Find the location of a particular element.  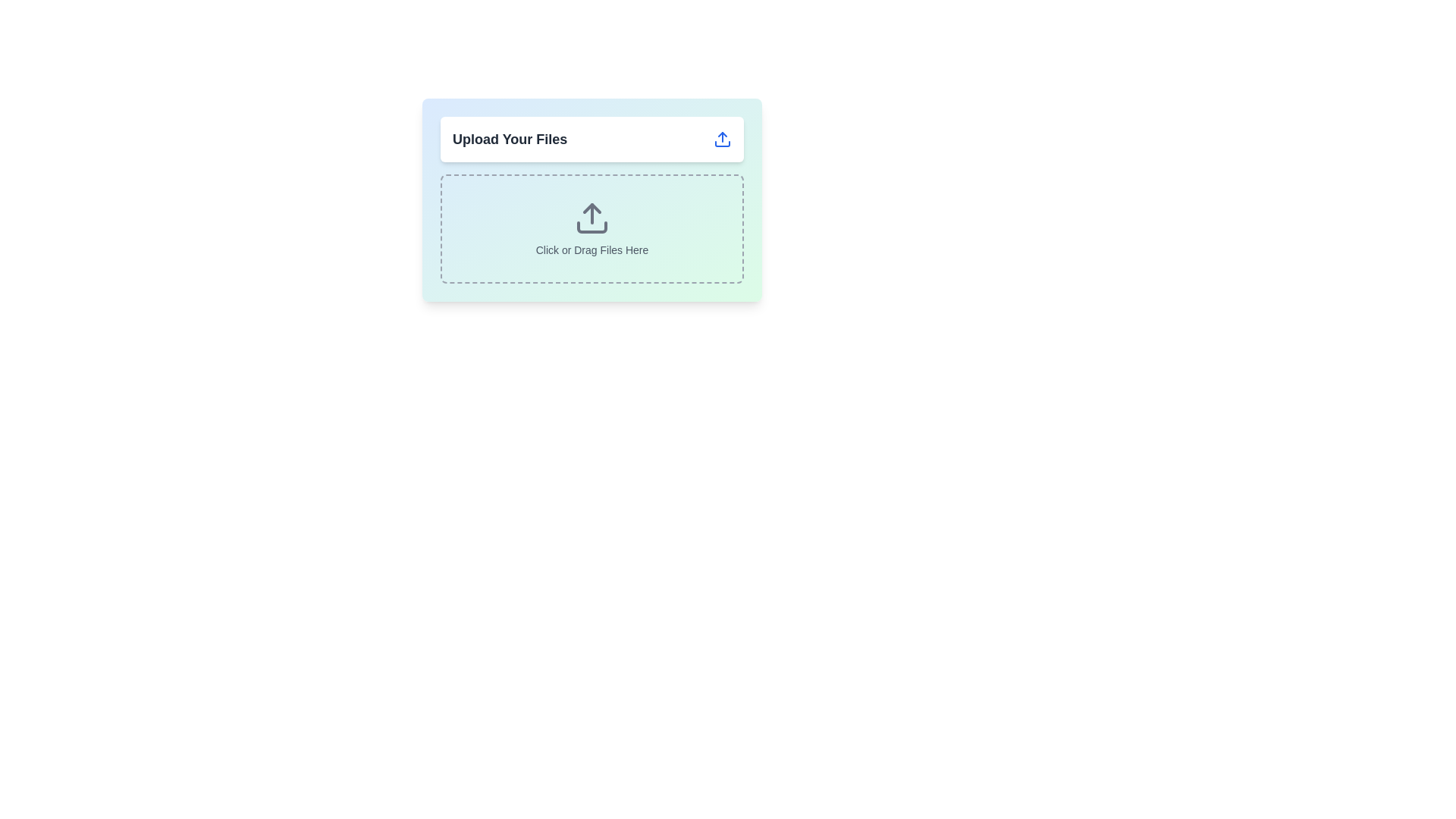

the upload icon located at the center of the 'Click or Drag Files Here' area in the upload panel is located at coordinates (591, 218).